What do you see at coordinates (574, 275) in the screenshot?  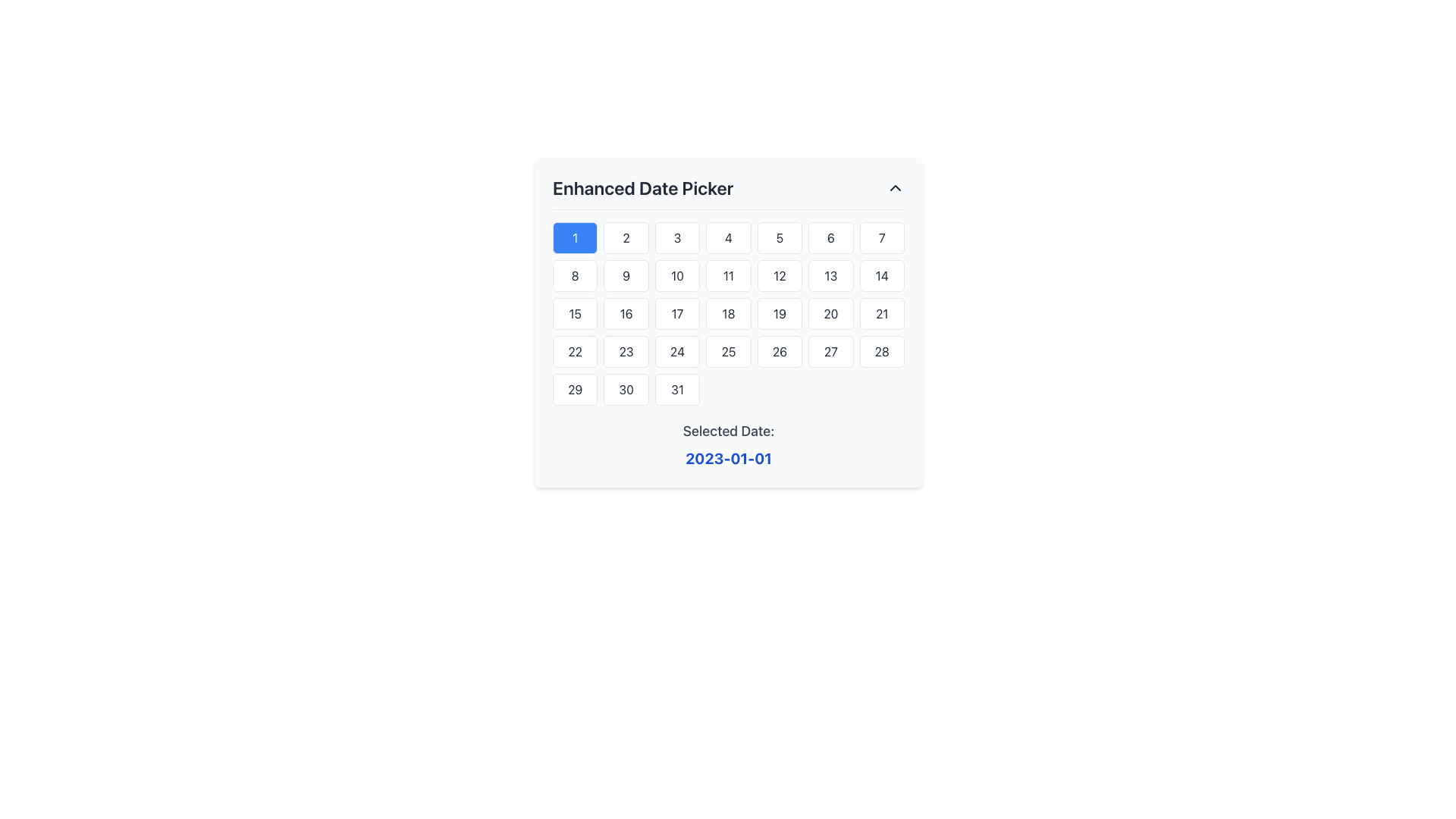 I see `the square-shaped button with rounded corners labeled '8', located in the second row and first column of the grid under 'Enhanced Date Picker'` at bounding box center [574, 275].